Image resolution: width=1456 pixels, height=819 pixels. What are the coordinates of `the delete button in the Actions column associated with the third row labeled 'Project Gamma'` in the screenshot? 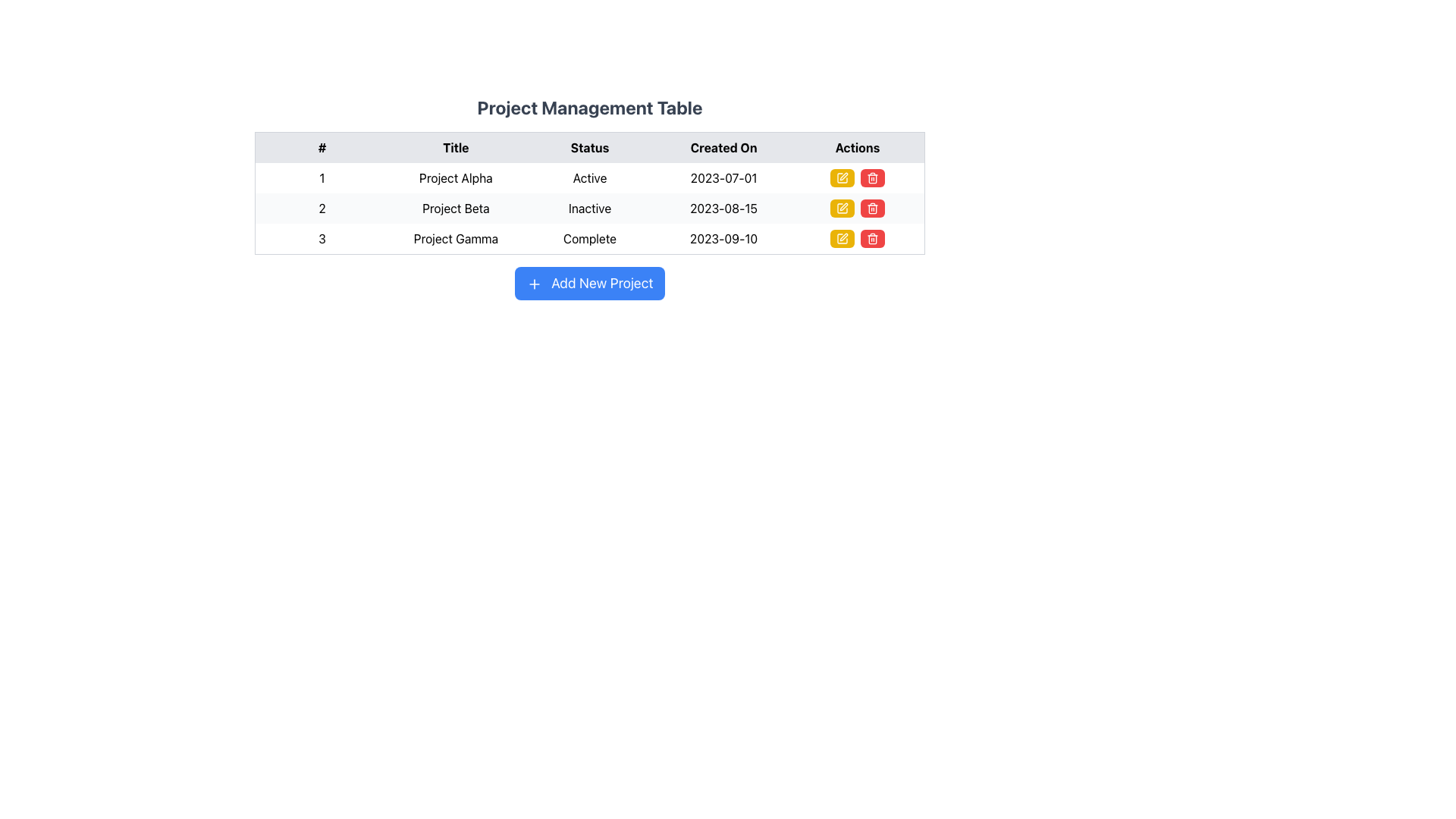 It's located at (872, 239).